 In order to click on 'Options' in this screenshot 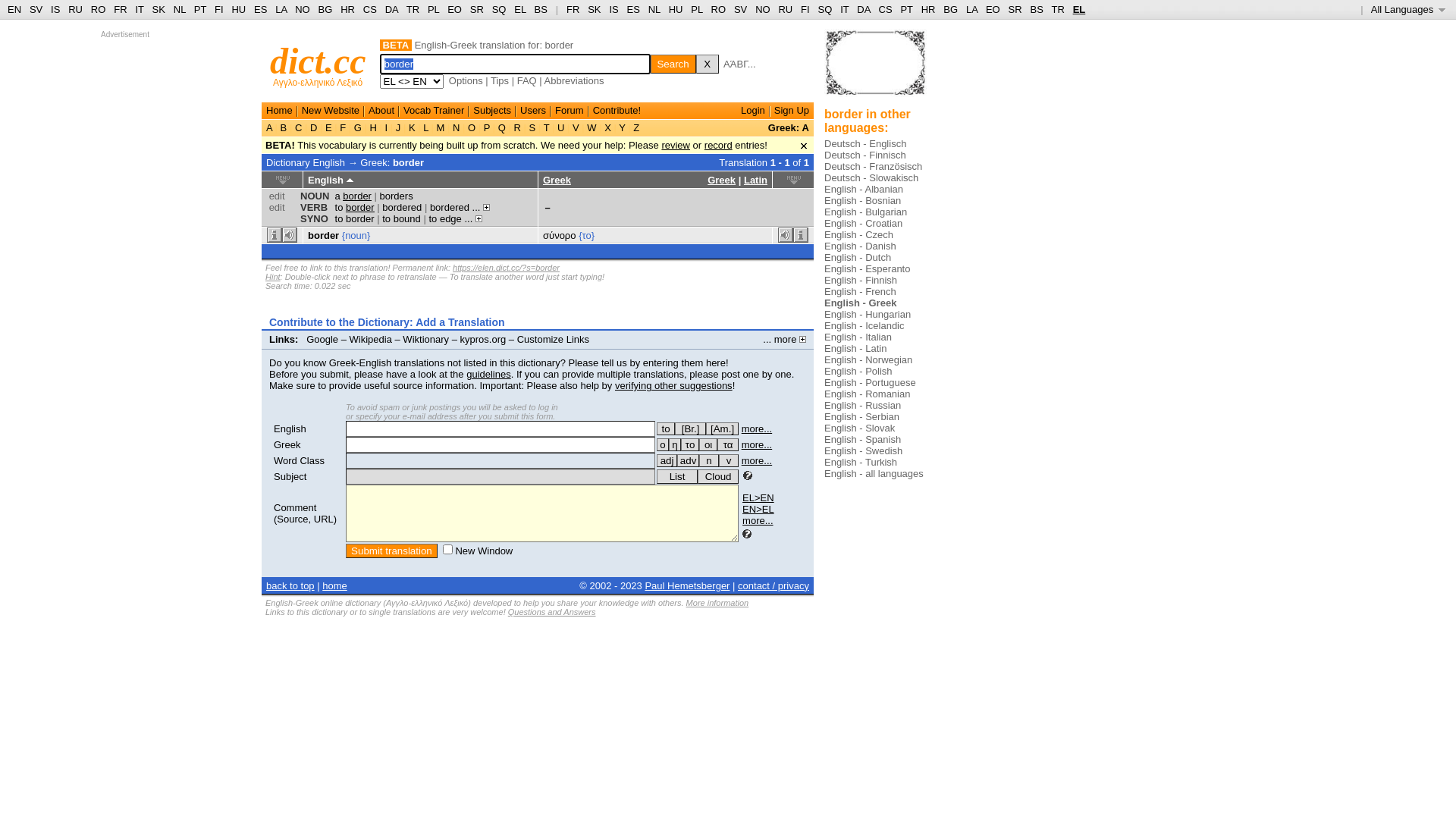, I will do `click(465, 80)`.